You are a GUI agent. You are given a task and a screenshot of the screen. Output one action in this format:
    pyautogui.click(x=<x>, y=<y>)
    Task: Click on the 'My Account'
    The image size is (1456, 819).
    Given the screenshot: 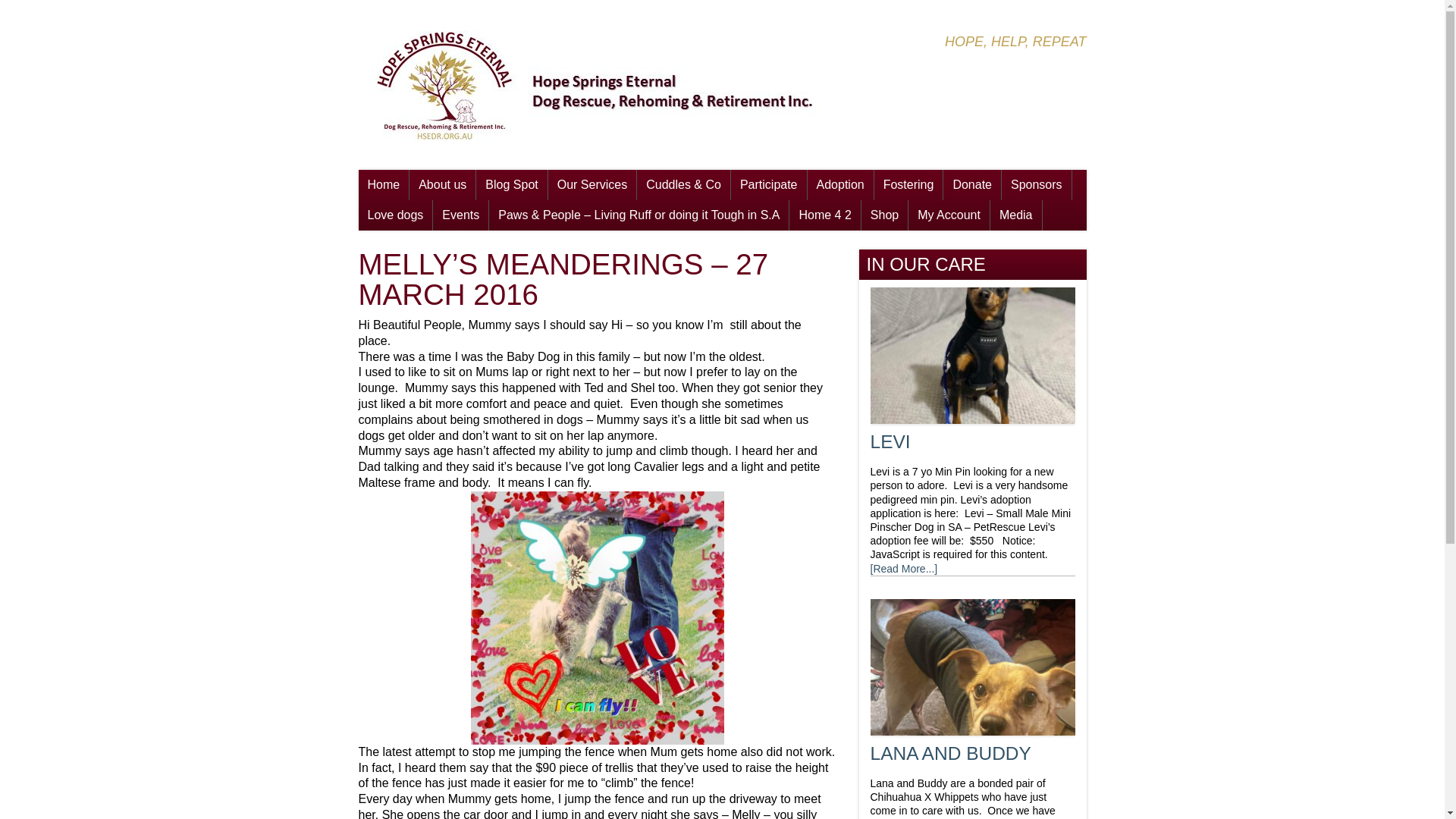 What is the action you would take?
    pyautogui.click(x=948, y=215)
    